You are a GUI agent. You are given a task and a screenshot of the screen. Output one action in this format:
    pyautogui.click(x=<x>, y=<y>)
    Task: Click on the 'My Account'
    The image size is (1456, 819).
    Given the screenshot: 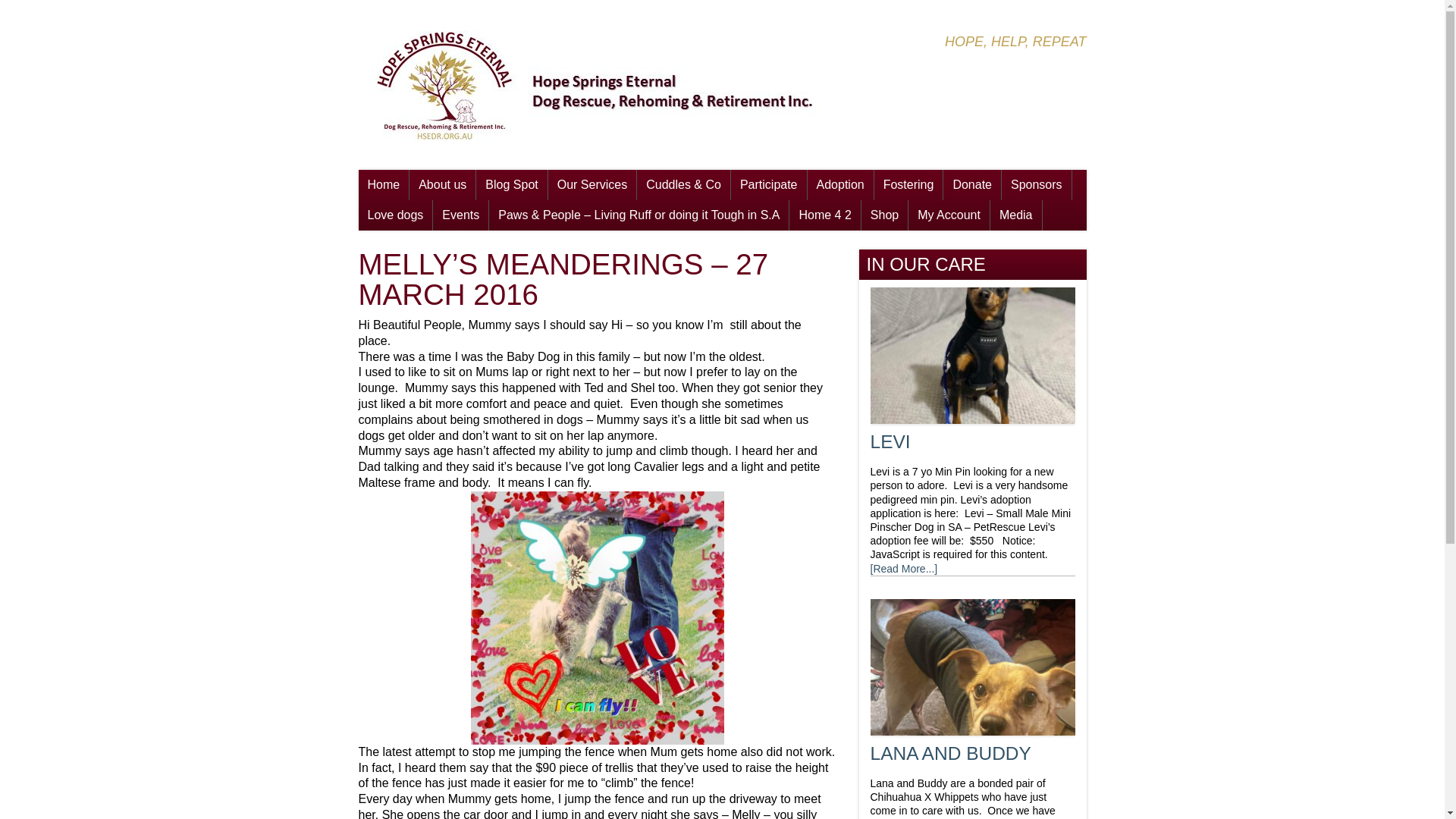 What is the action you would take?
    pyautogui.click(x=948, y=215)
    